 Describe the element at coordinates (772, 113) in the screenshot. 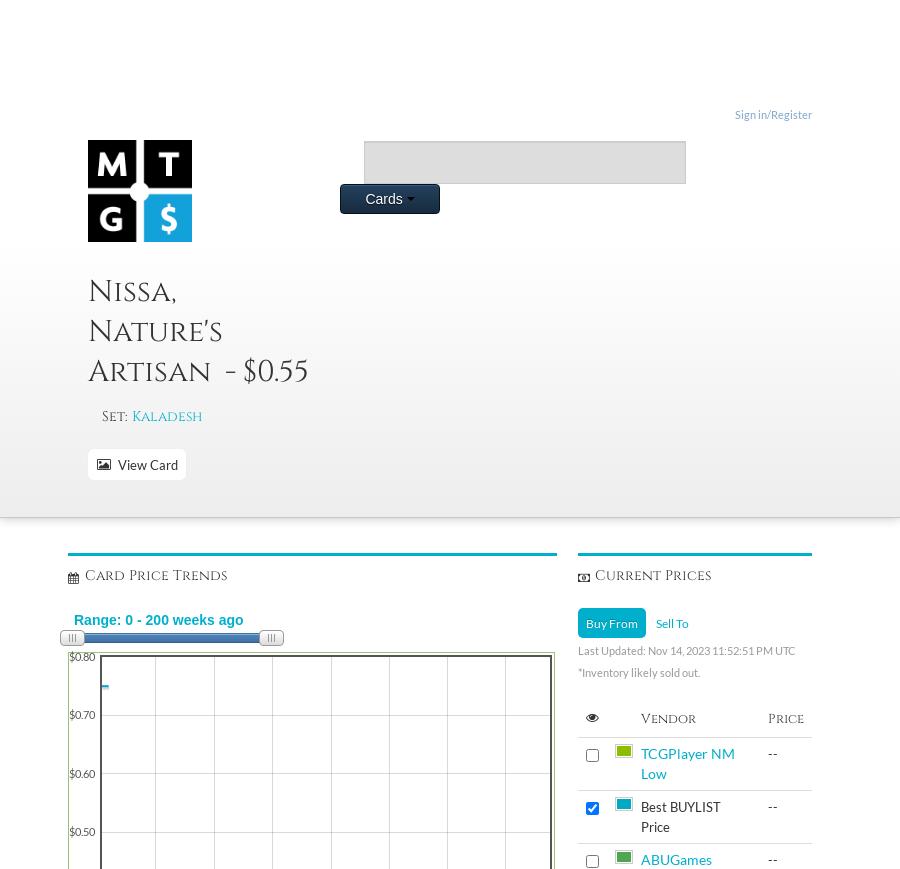

I see `'Sign in/Register'` at that location.